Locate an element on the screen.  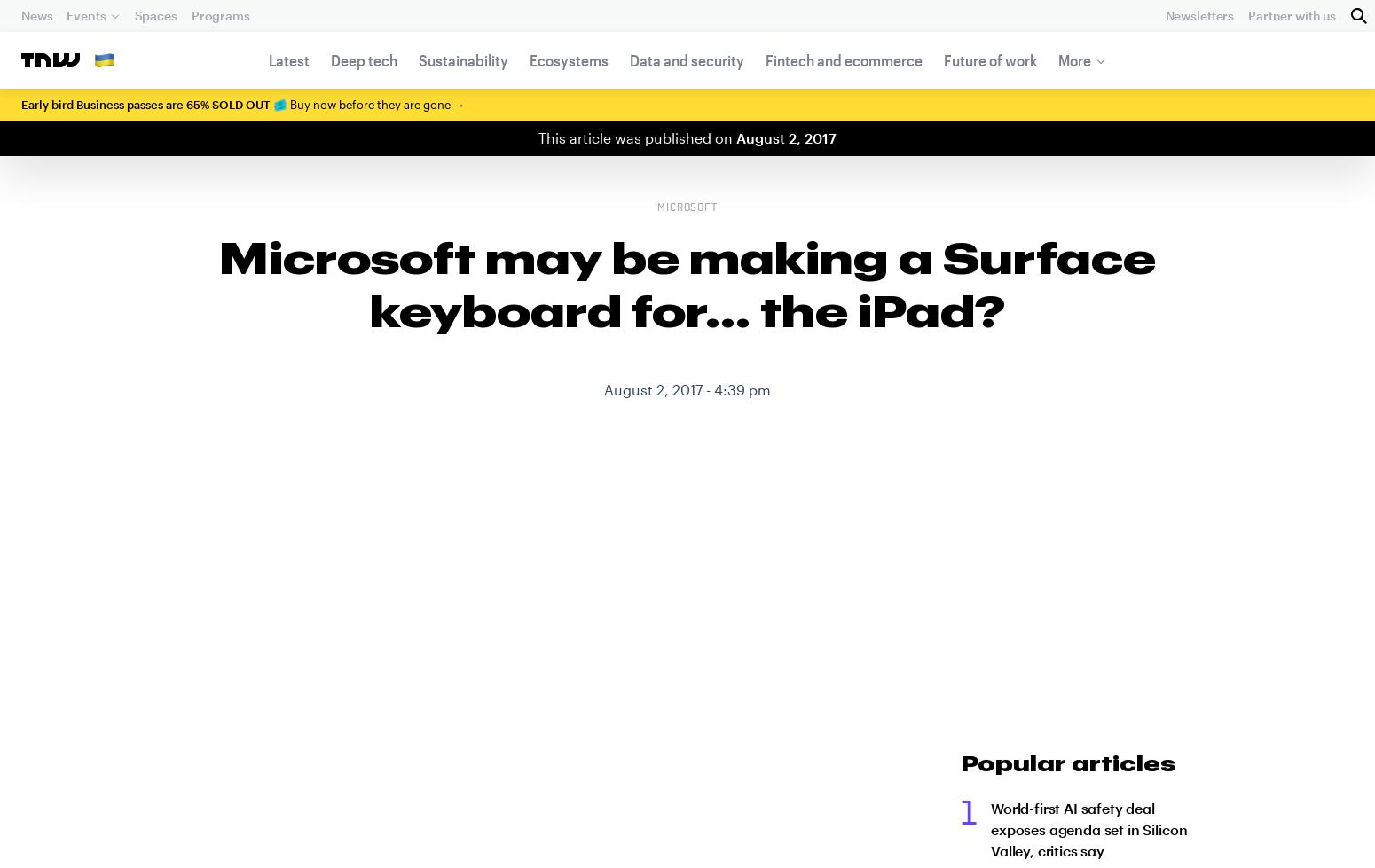
'This article was published on' is located at coordinates (637, 137).